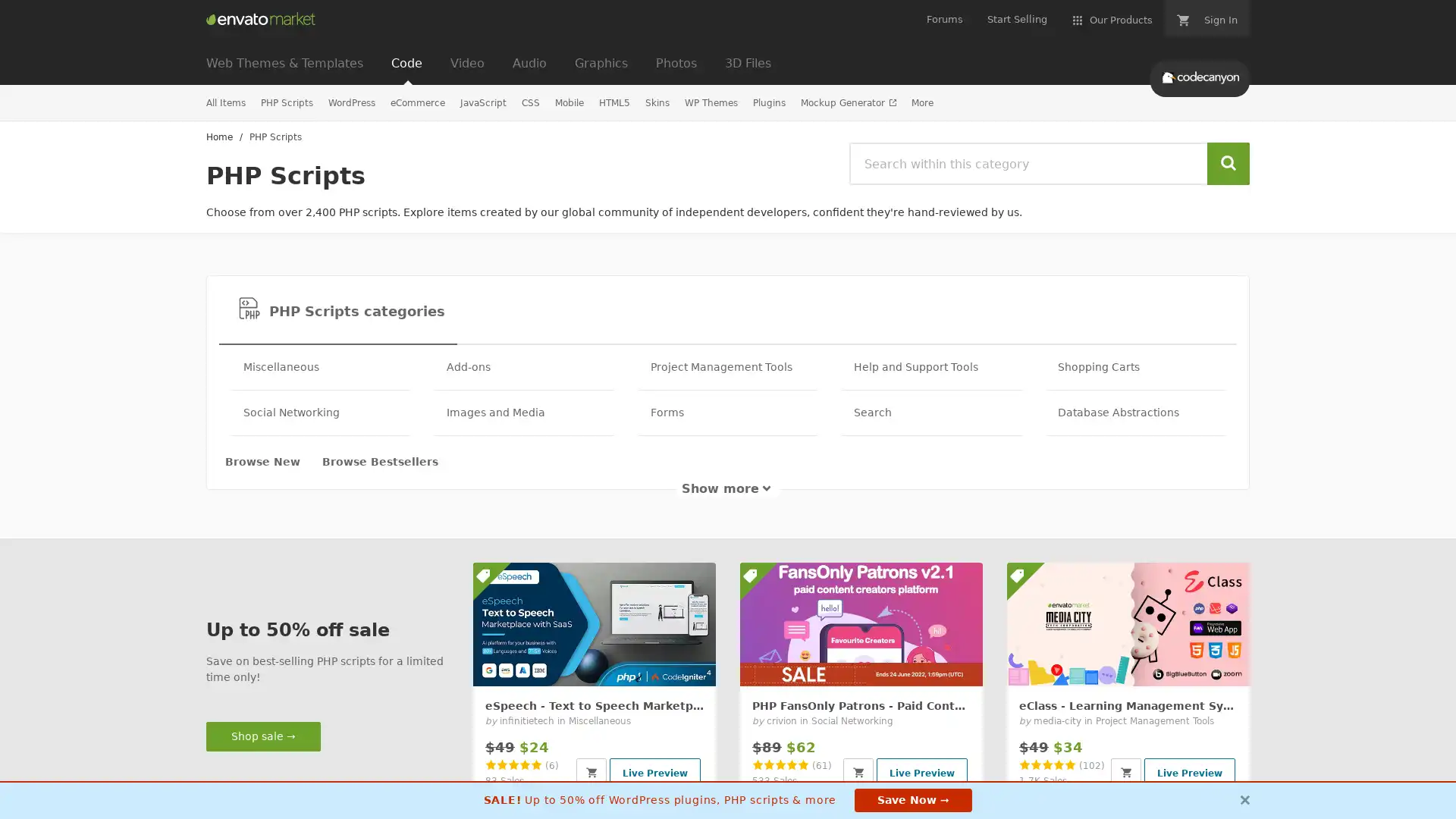  What do you see at coordinates (1230, 664) in the screenshot?
I see `Add to Favorites` at bounding box center [1230, 664].